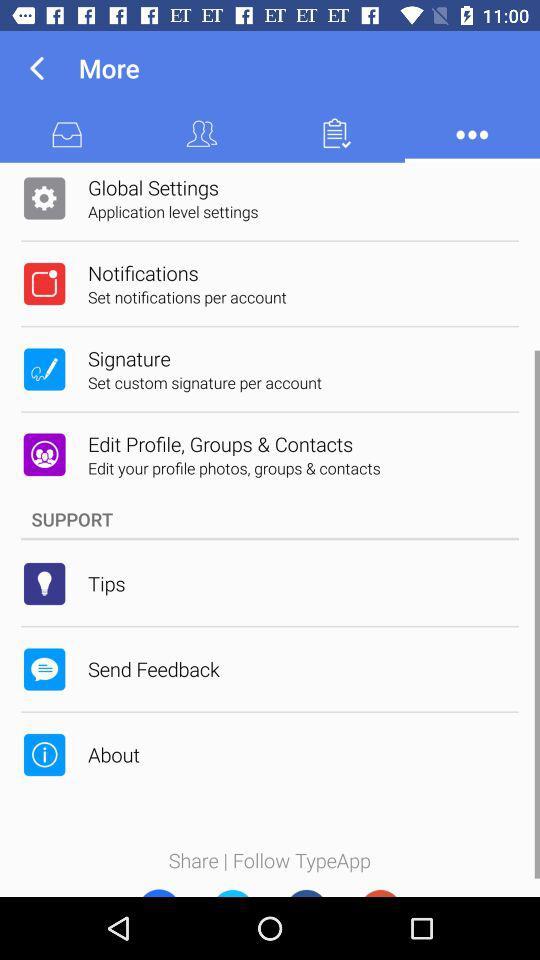 The image size is (540, 960). What do you see at coordinates (152, 669) in the screenshot?
I see `the item above the about icon` at bounding box center [152, 669].